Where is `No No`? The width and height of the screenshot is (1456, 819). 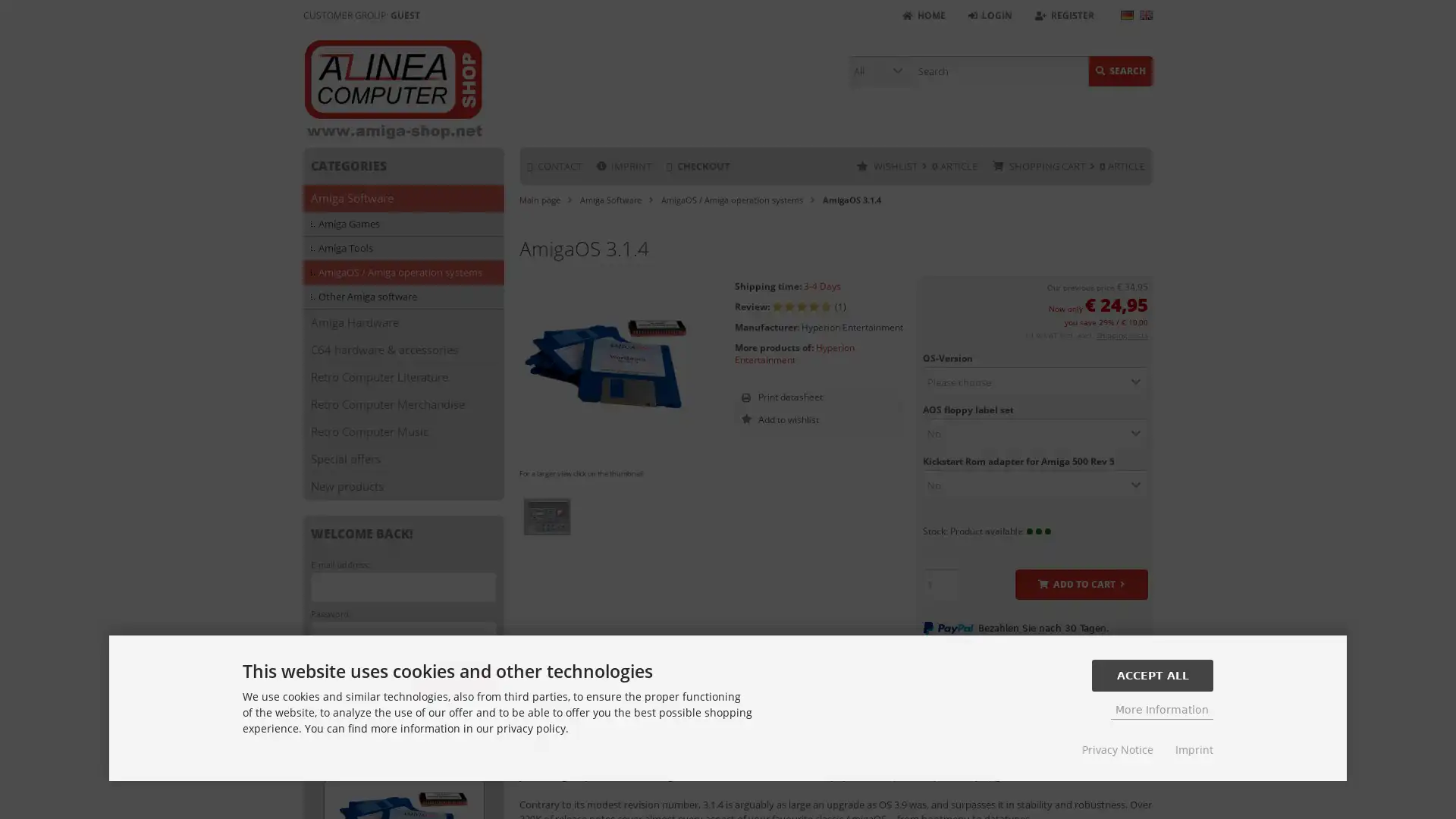 No No is located at coordinates (1034, 485).